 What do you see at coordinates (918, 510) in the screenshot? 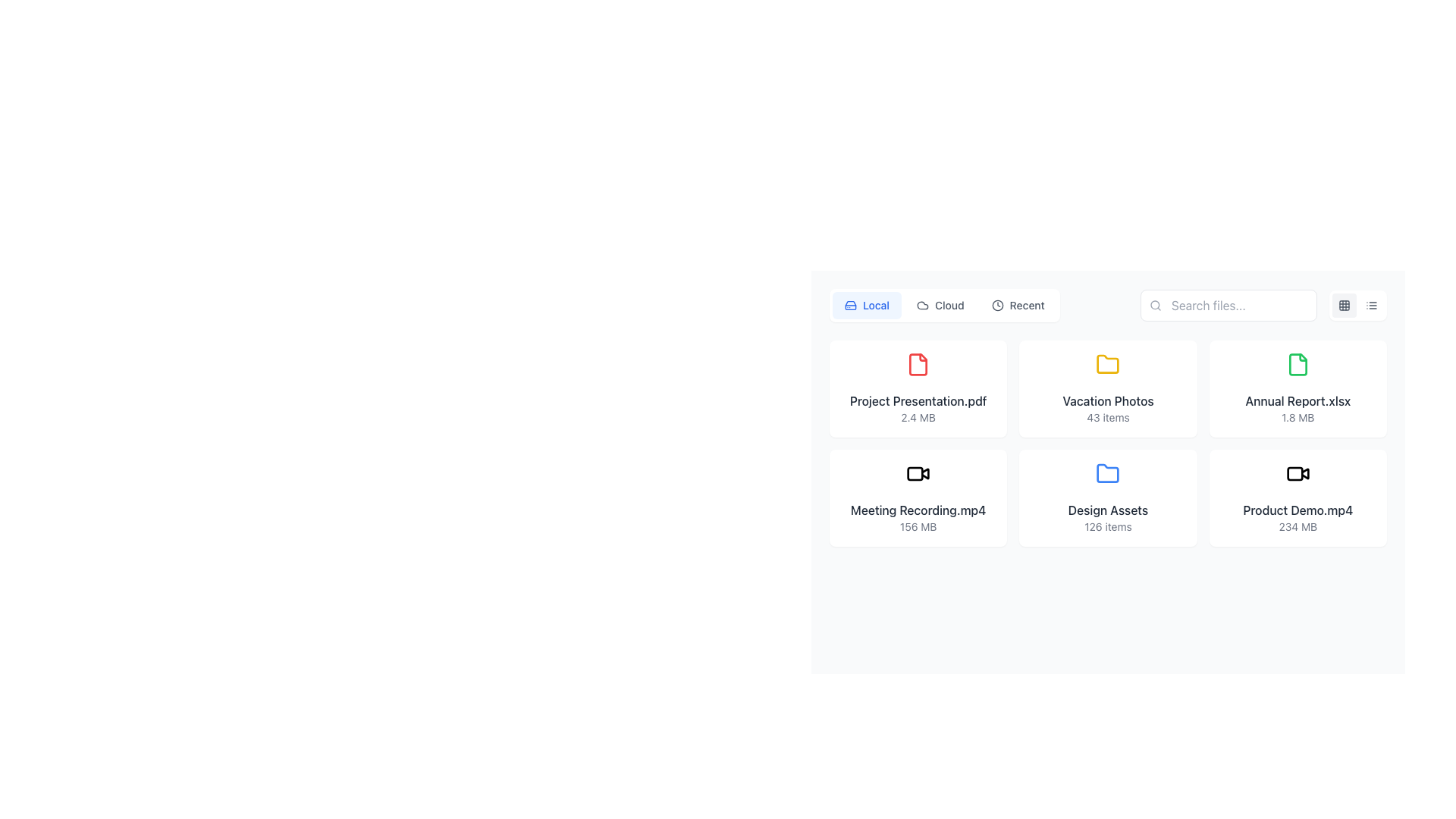
I see `the static text label displaying the title or name of the file, which is located in the second row and first column of a grid layout, positioned below the video thumbnail and above the file size text` at bounding box center [918, 510].